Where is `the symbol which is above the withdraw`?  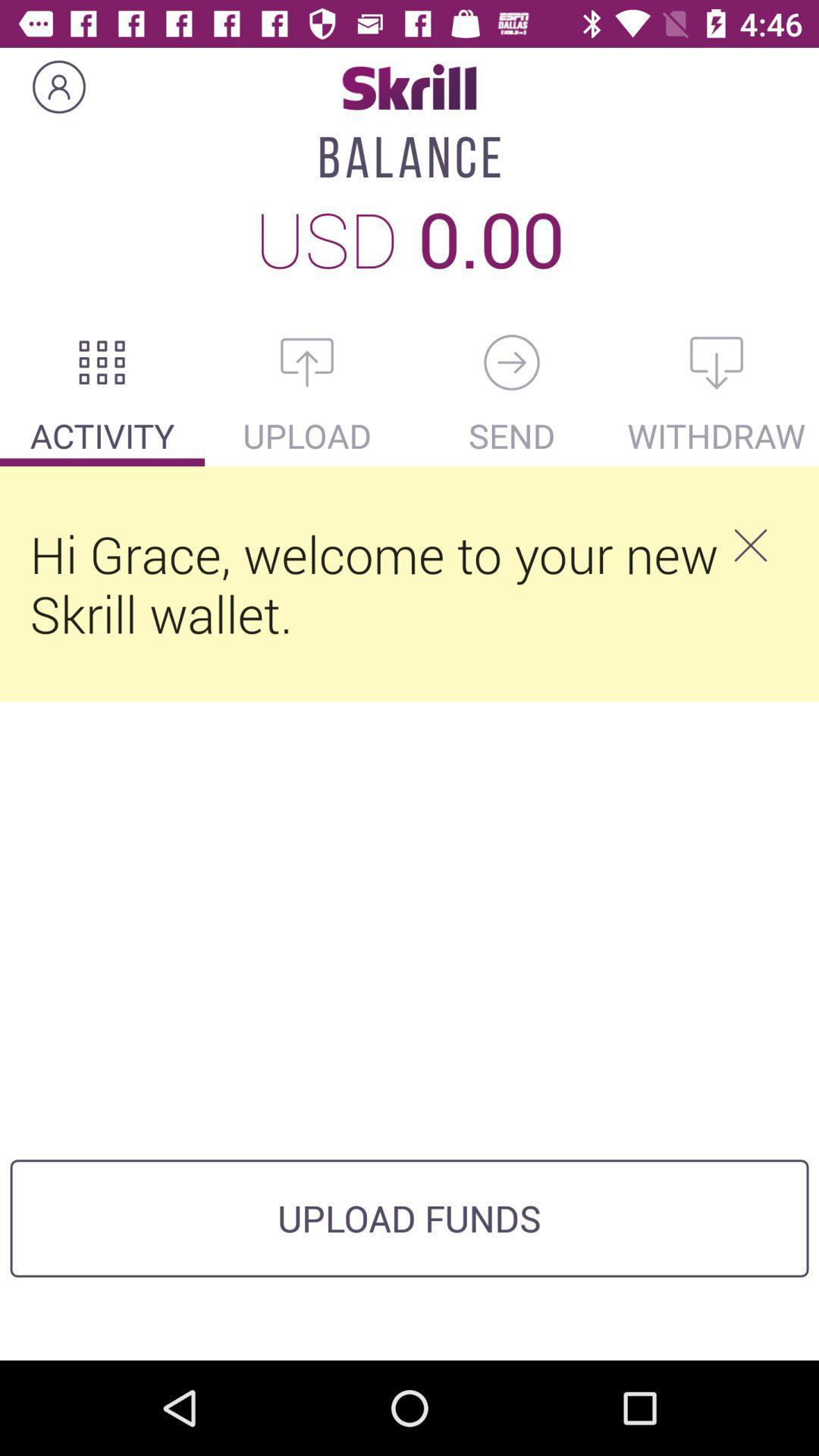 the symbol which is above the withdraw is located at coordinates (717, 362).